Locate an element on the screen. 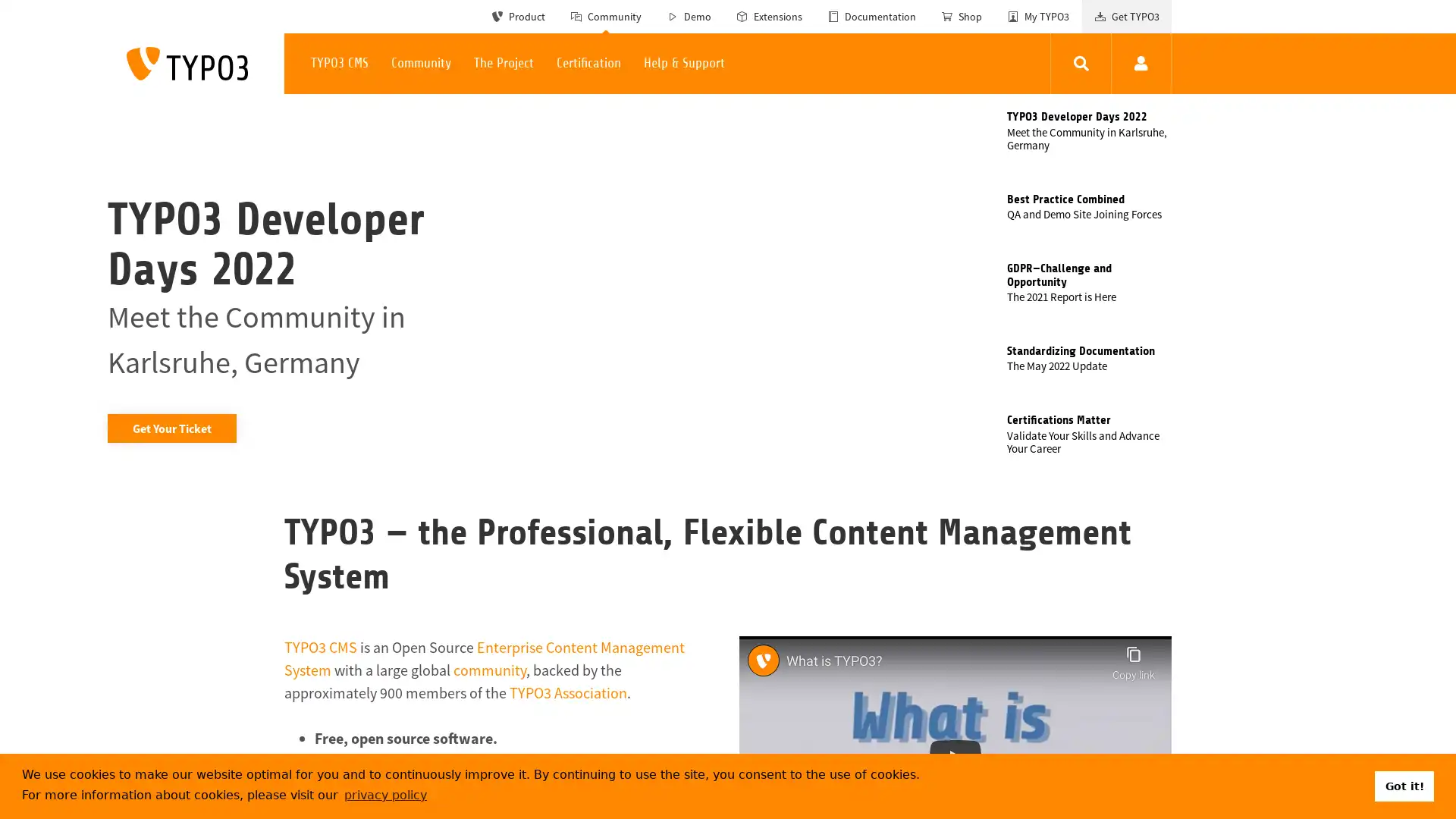  dismiss cookie message is located at coordinates (1404, 785).